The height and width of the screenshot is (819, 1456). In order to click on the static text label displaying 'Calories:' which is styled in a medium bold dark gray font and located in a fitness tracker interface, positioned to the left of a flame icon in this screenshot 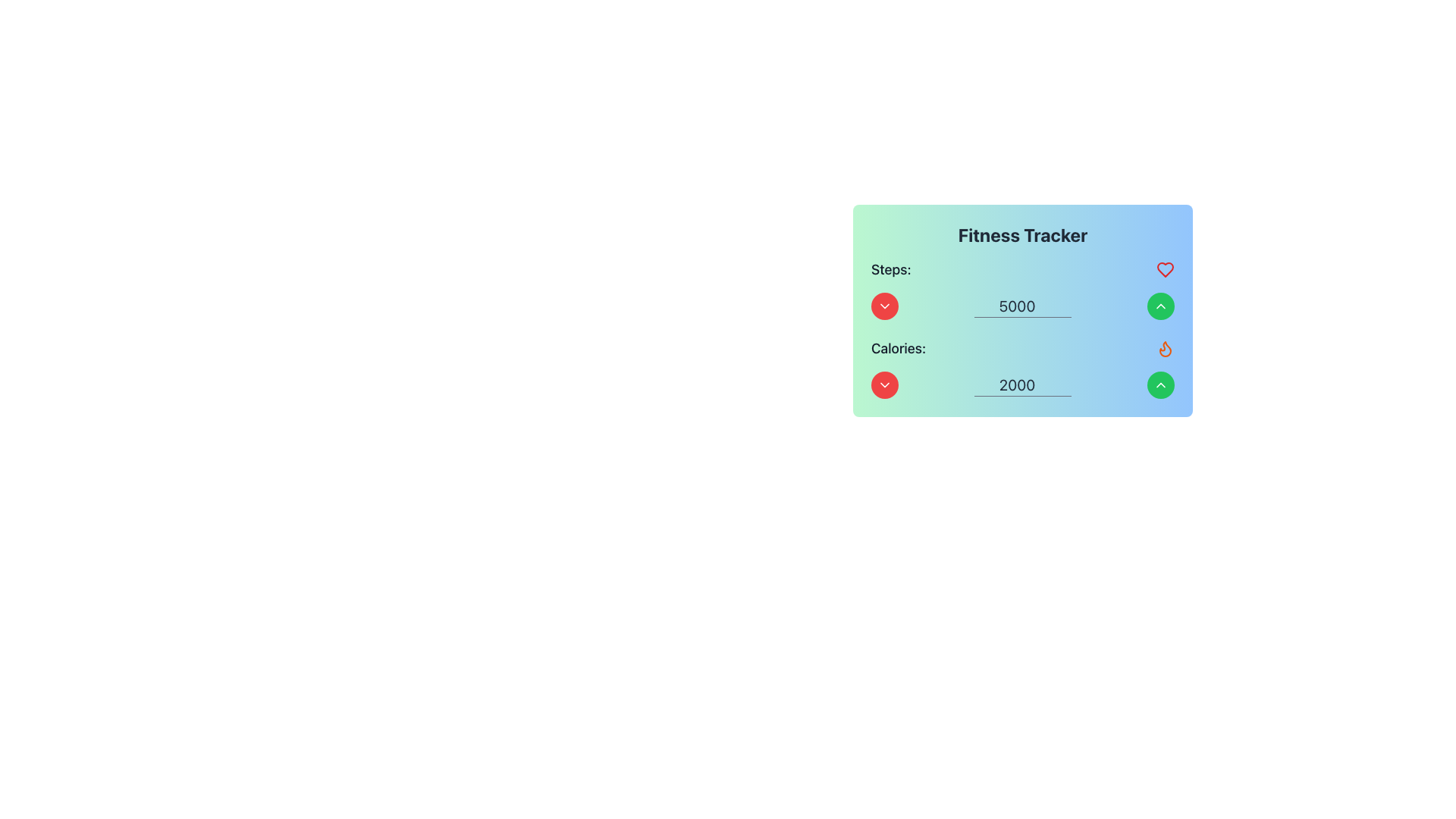, I will do `click(899, 348)`.